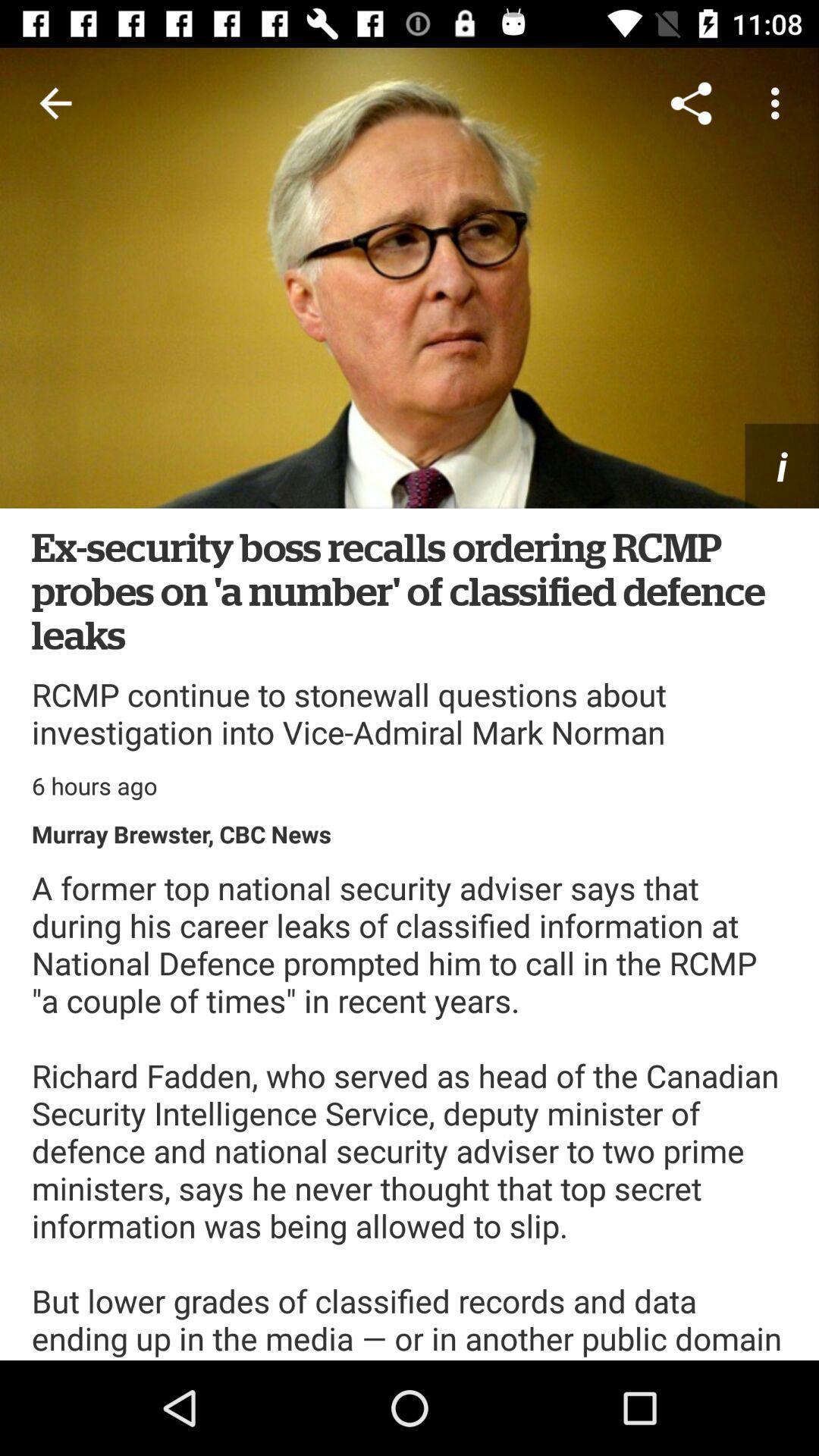  What do you see at coordinates (94, 786) in the screenshot?
I see `the 6 hours ago icon` at bounding box center [94, 786].